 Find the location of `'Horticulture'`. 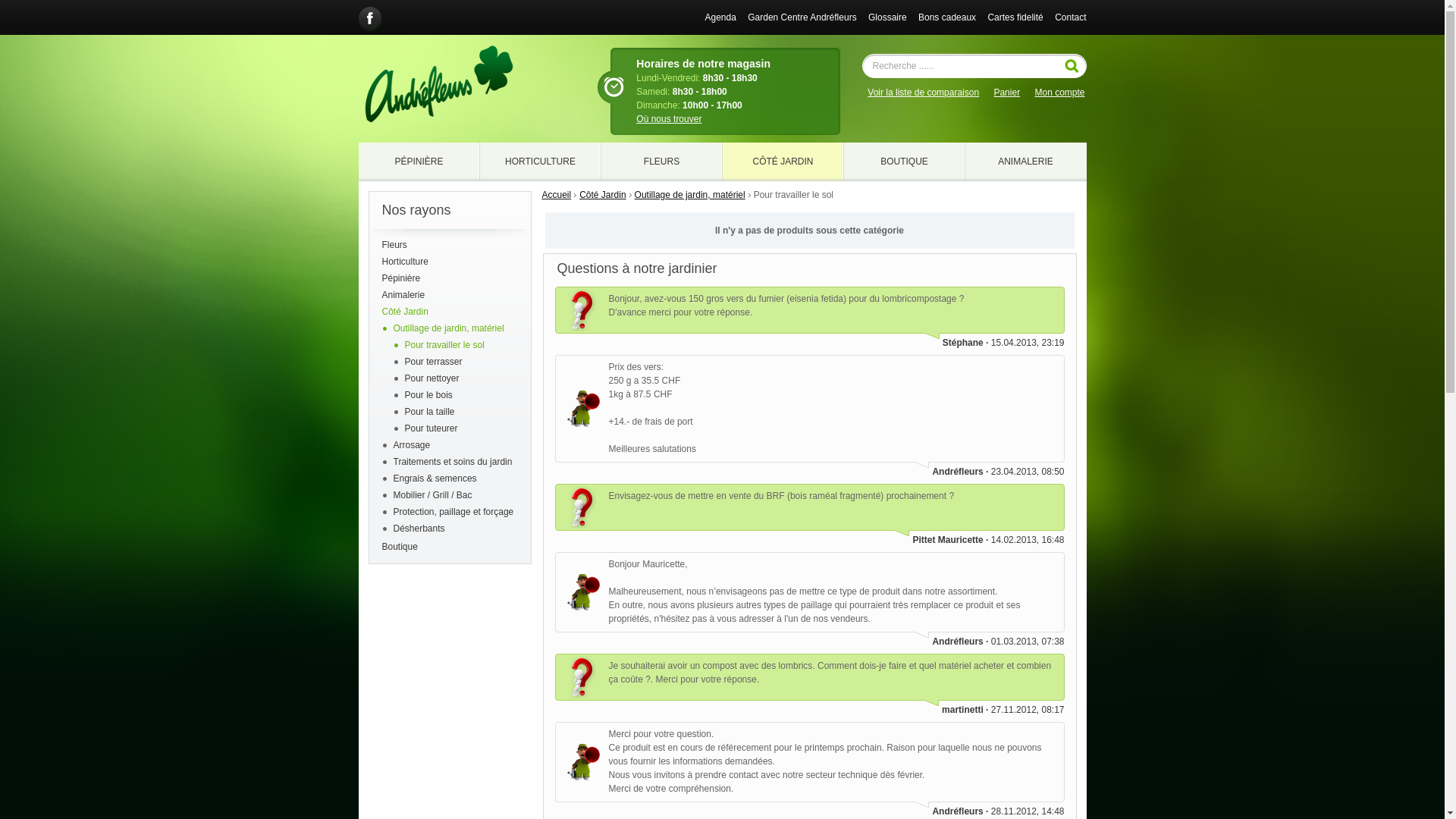

'Horticulture' is located at coordinates (449, 260).